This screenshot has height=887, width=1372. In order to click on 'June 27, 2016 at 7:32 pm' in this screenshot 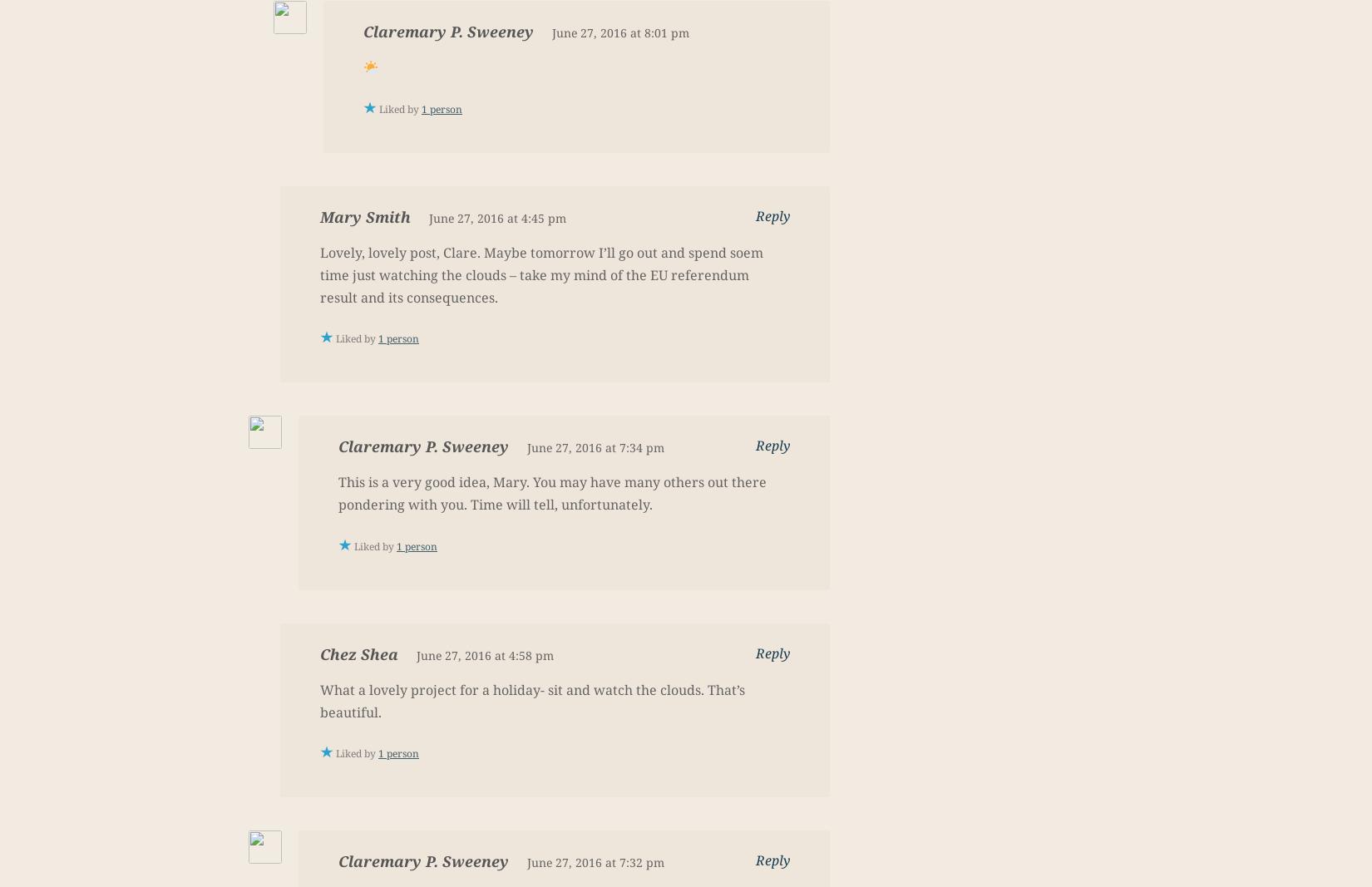, I will do `click(595, 861)`.